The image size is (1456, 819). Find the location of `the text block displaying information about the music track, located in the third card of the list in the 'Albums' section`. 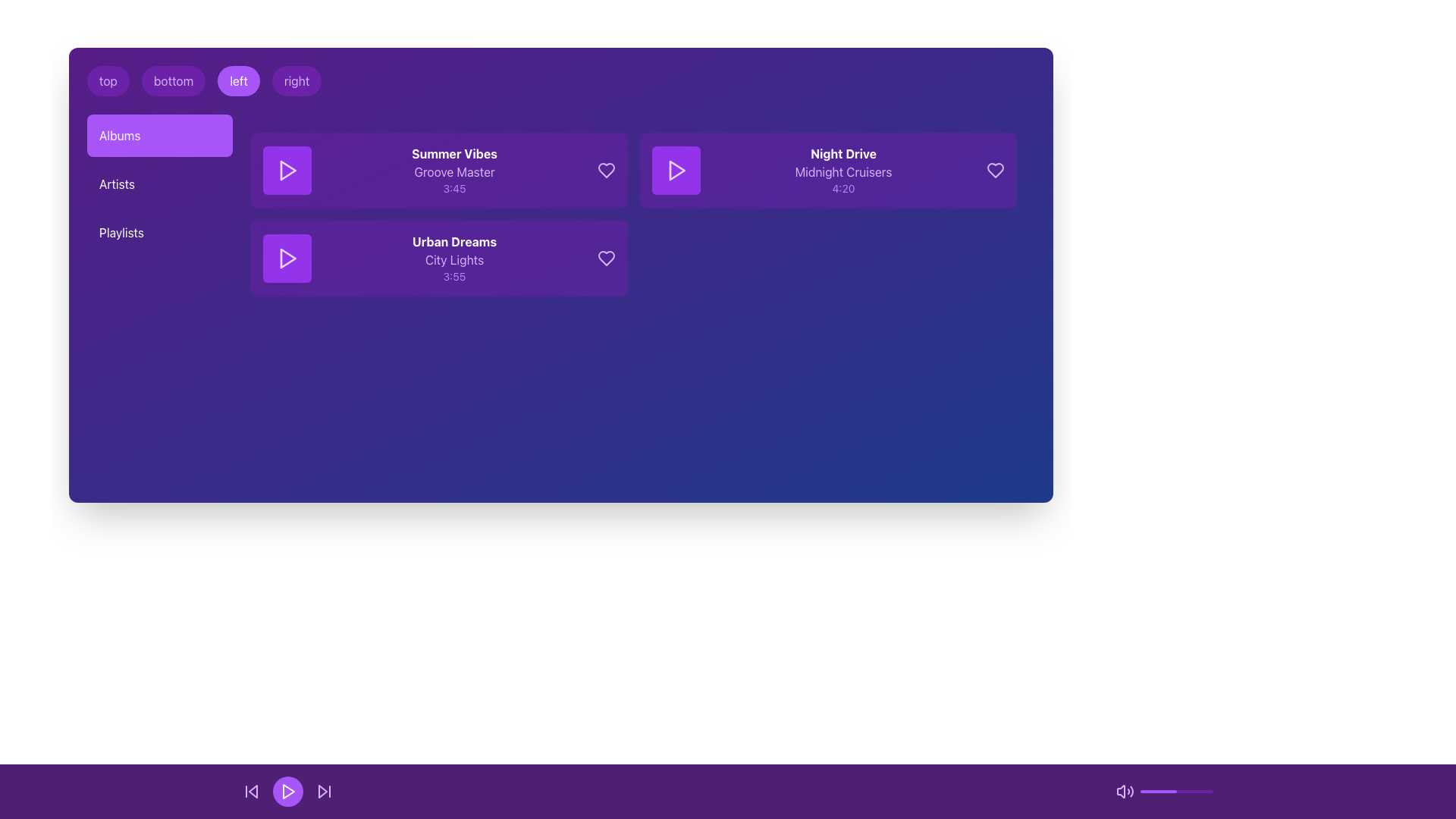

the text block displaying information about the music track, located in the third card of the list in the 'Albums' section is located at coordinates (843, 170).